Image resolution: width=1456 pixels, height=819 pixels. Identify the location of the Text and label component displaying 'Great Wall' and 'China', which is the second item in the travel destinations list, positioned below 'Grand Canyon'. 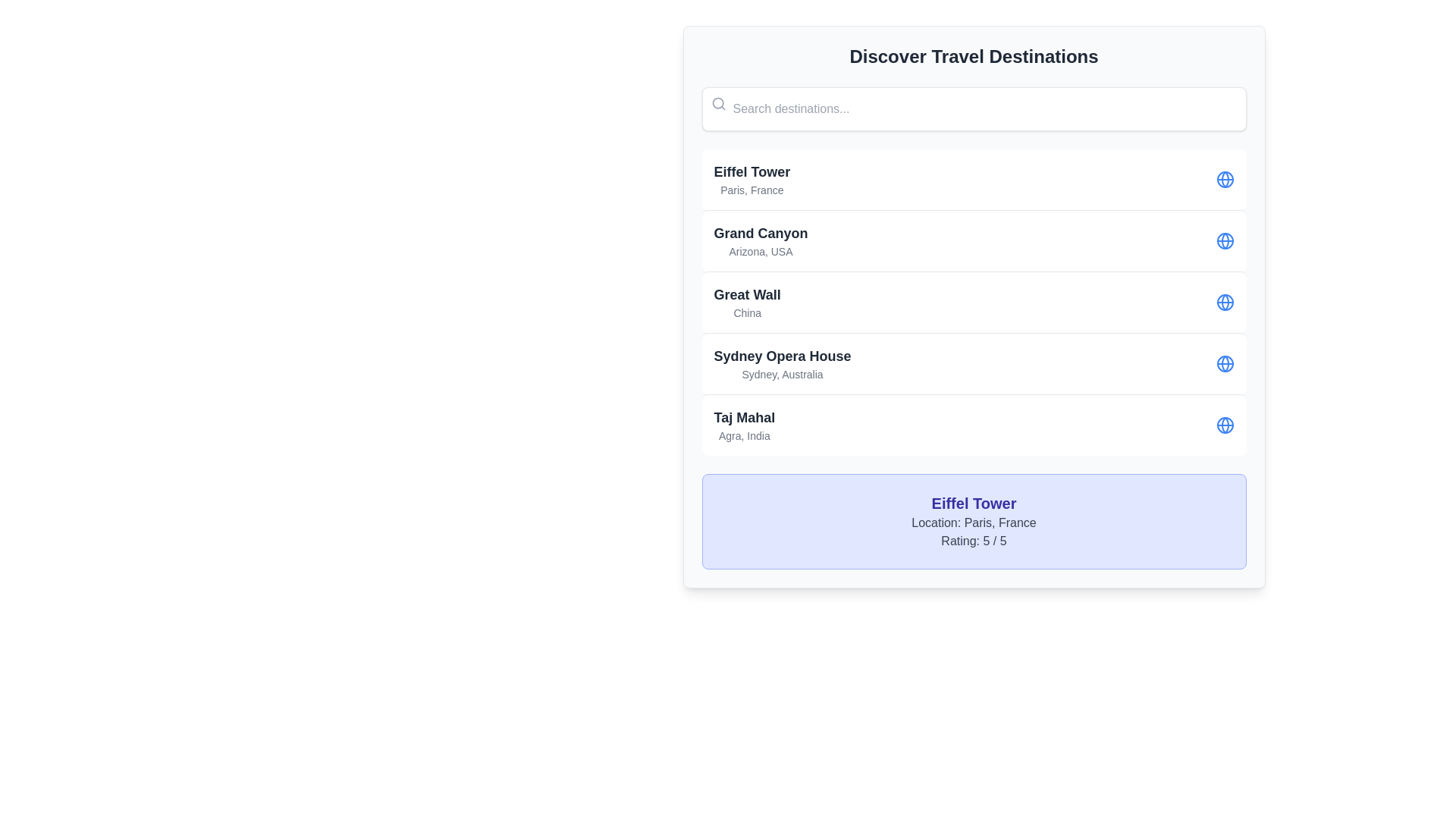
(747, 302).